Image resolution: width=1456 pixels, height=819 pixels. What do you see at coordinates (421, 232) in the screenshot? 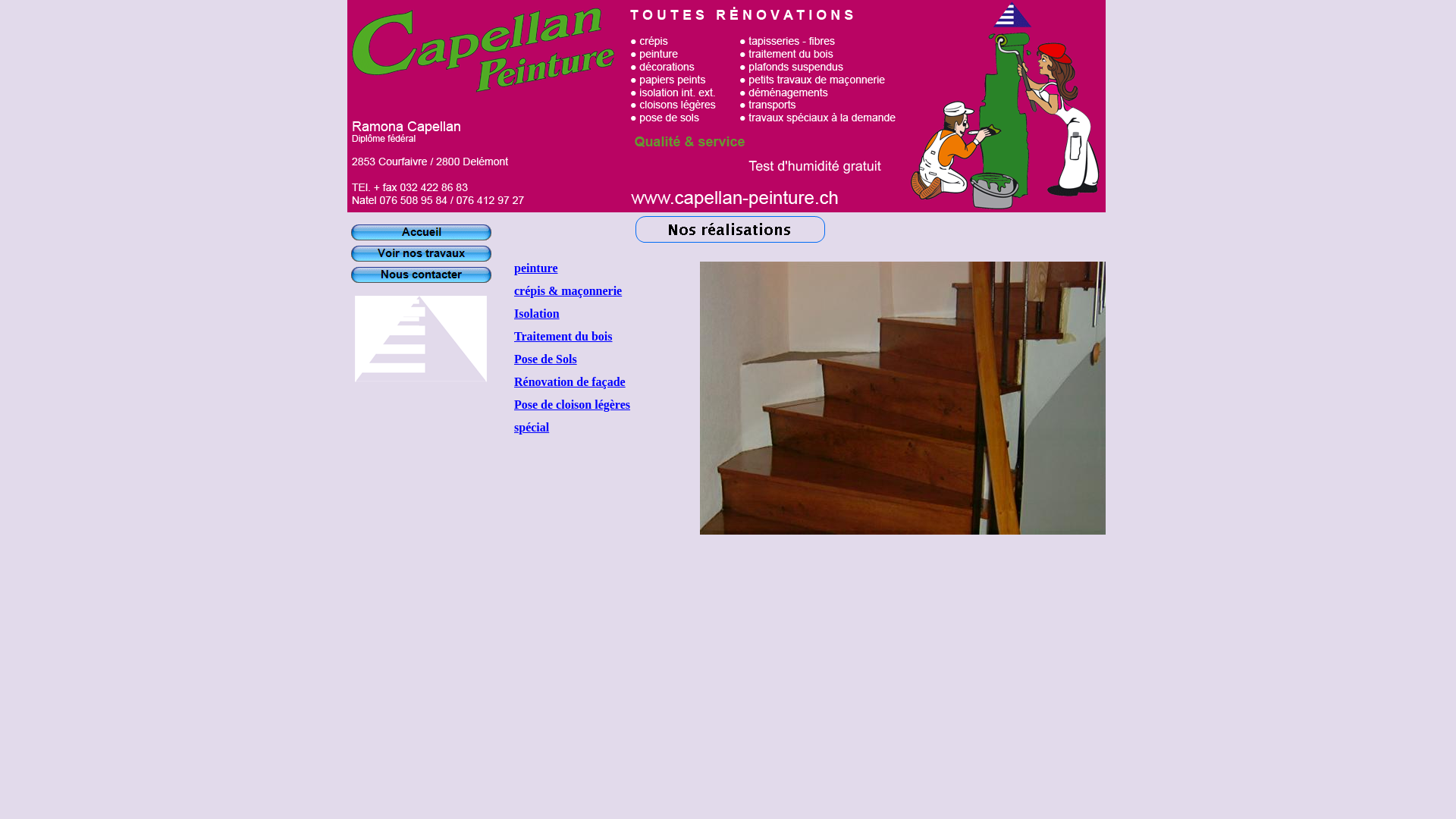
I see `'Accueil'` at bounding box center [421, 232].